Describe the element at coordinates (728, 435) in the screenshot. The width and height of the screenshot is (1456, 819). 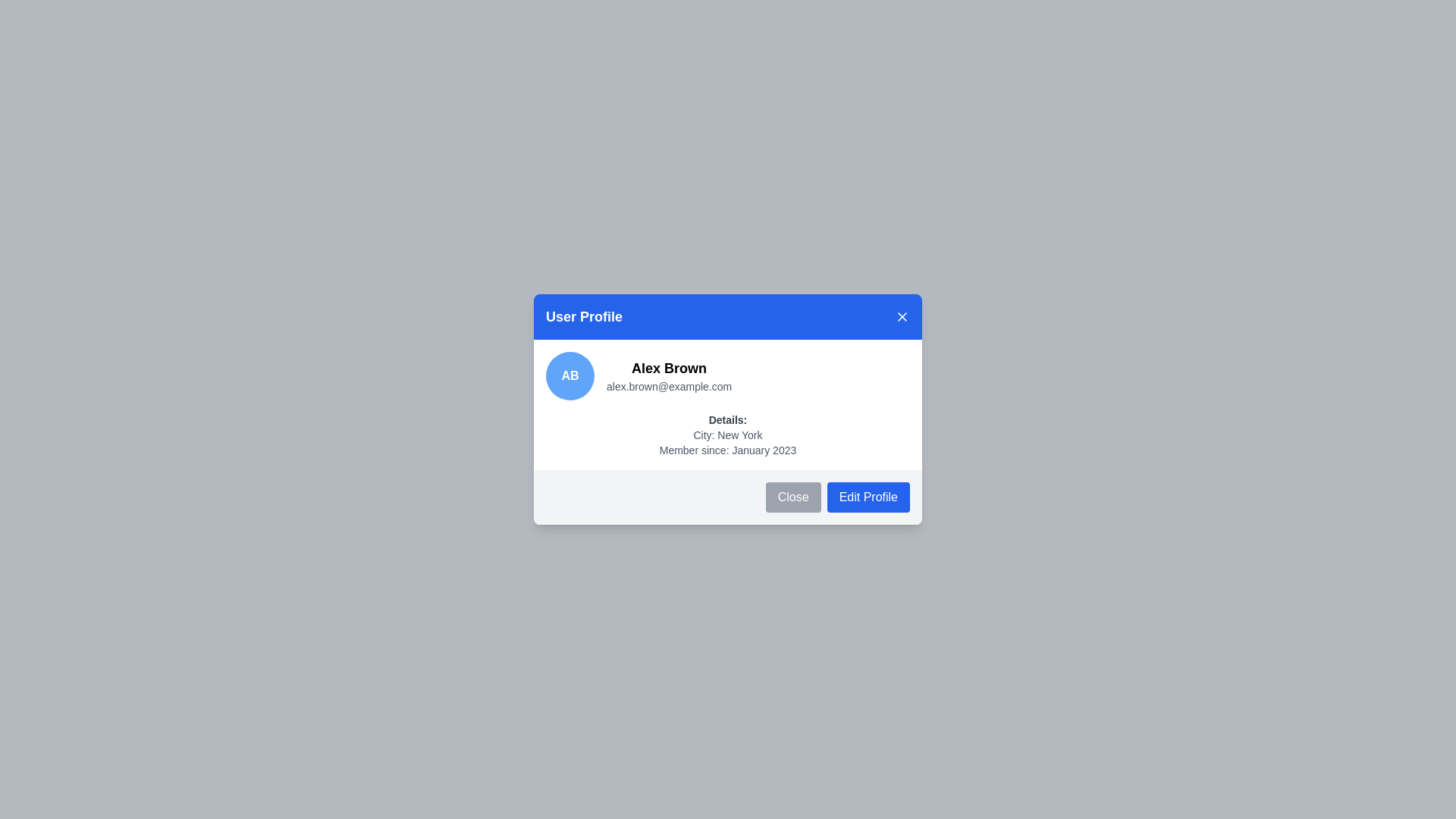
I see `the static text block displaying additional details about the user, located beneath the user's name and email in the profile card section` at that location.